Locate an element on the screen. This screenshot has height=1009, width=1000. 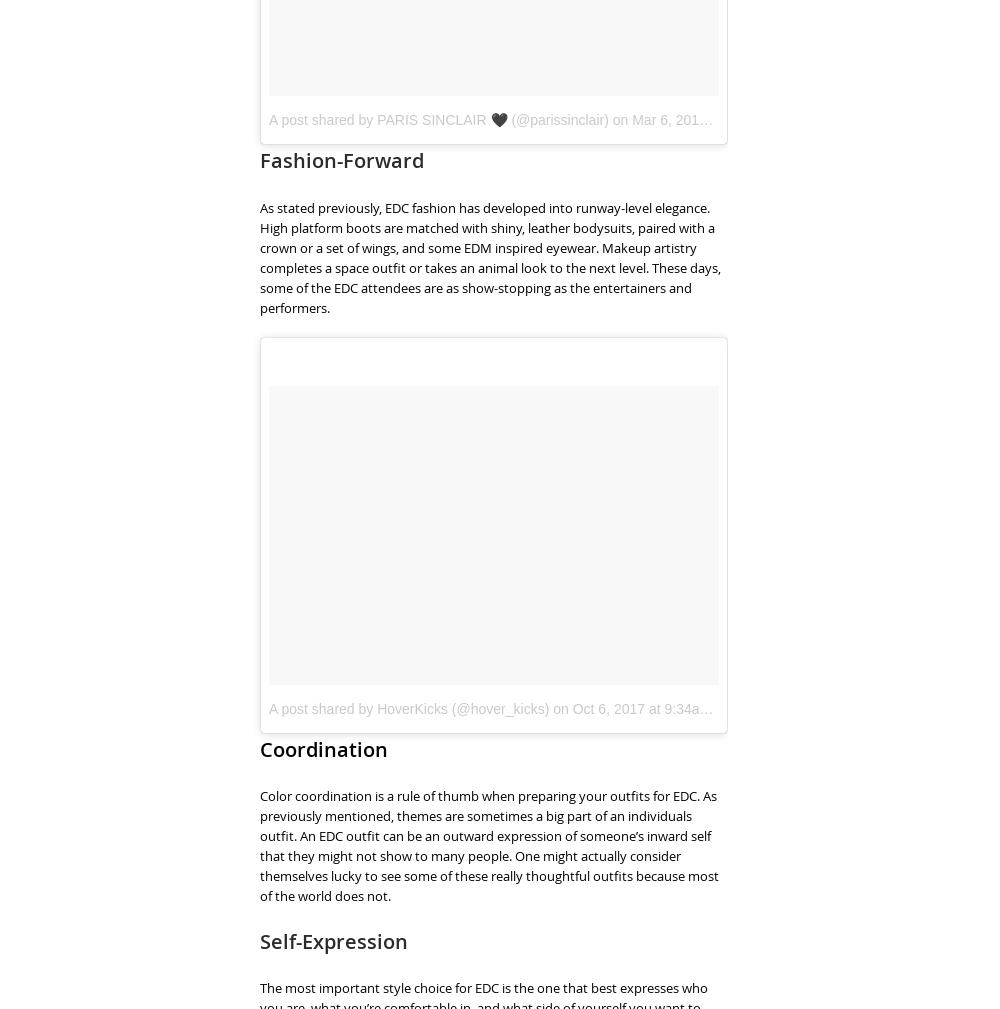
'A post shared by HoverKicks (@hover_kicks)' is located at coordinates (409, 708).